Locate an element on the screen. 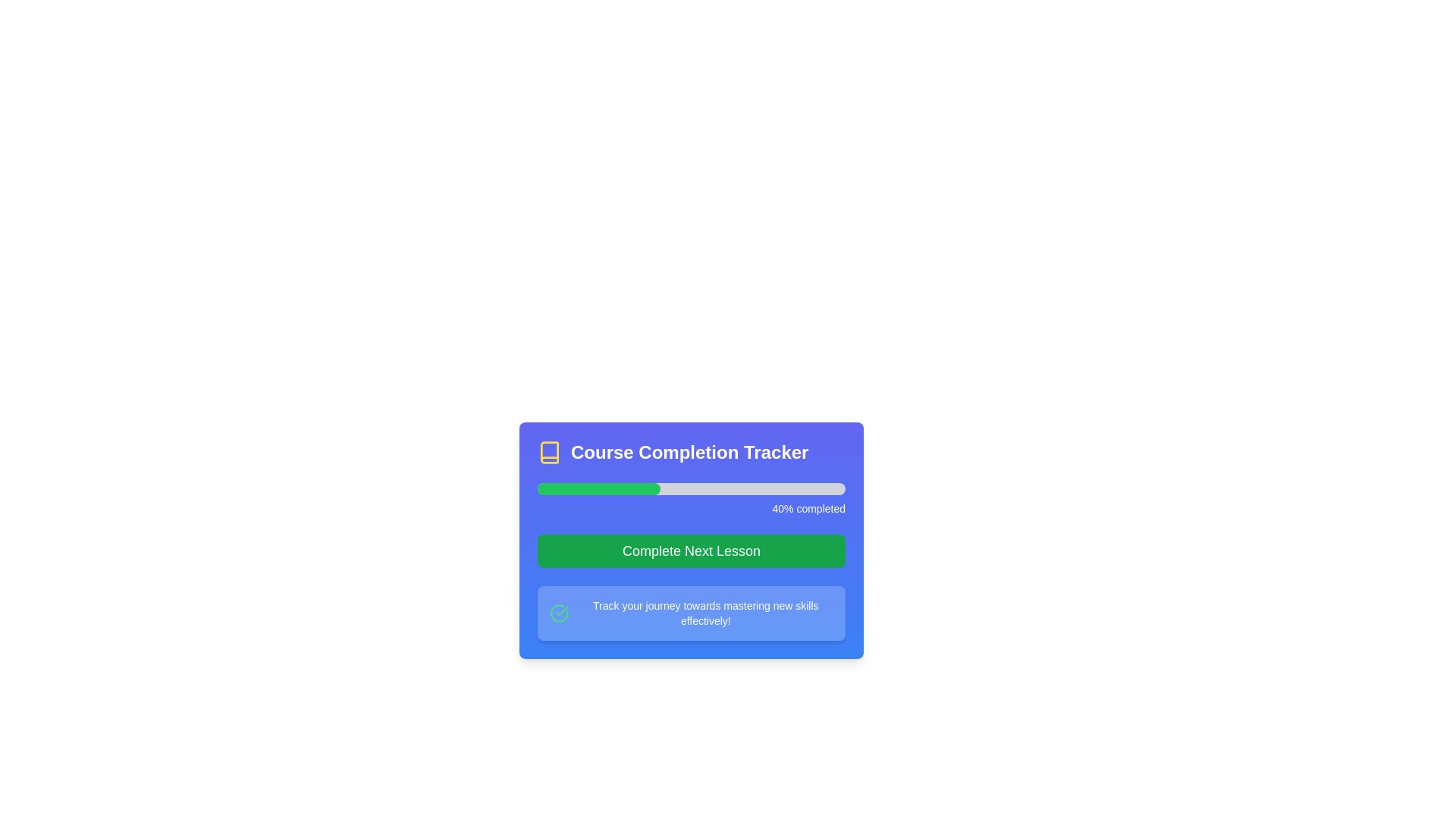 This screenshot has height=819, width=1456. the visual indicator icon located to the left of the text 'Track your journey towards mastering new skills effectively!' at the bottom of the card layout is located at coordinates (558, 613).